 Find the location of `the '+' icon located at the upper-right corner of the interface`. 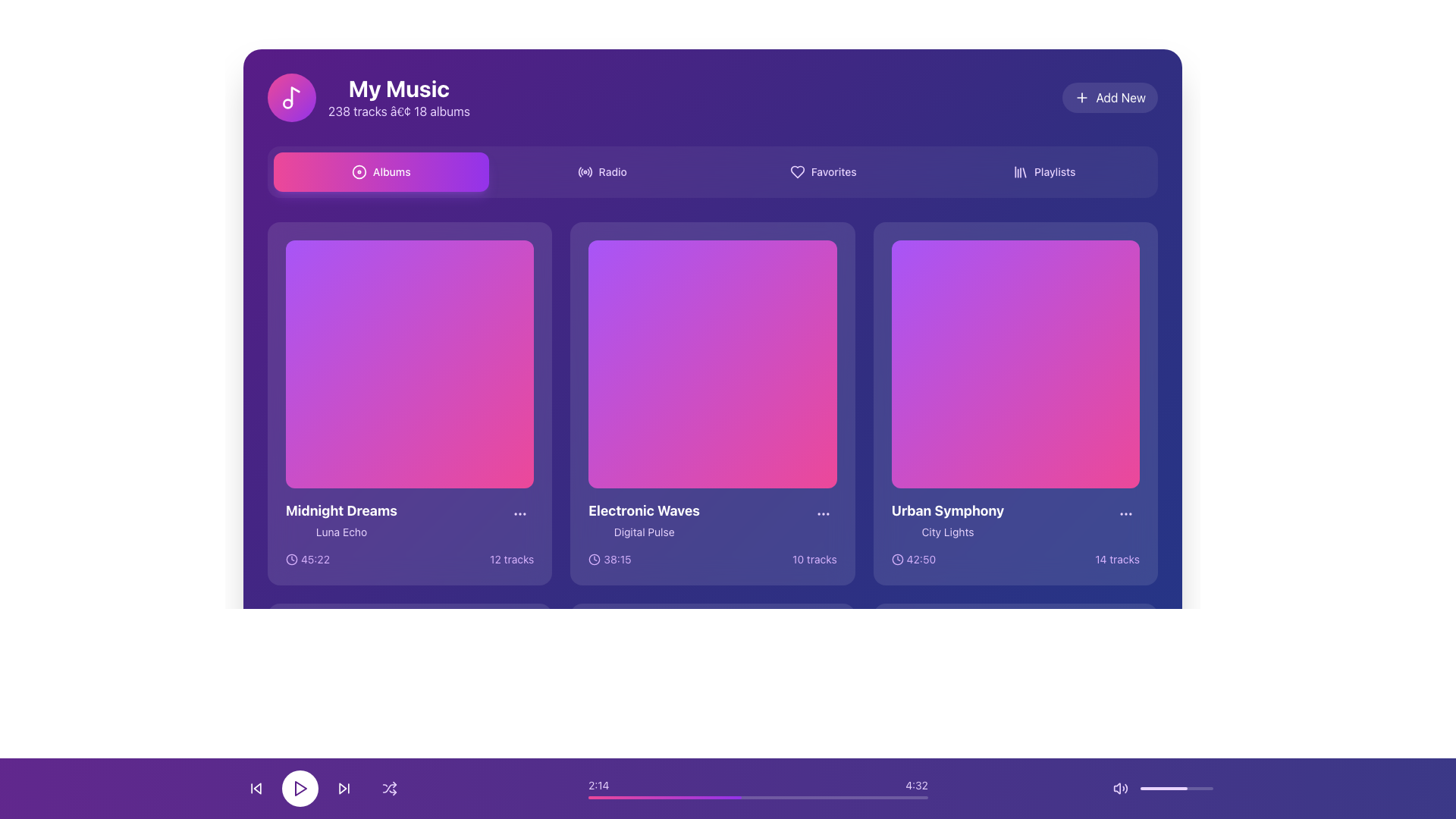

the '+' icon located at the upper-right corner of the interface is located at coordinates (1081, 97).